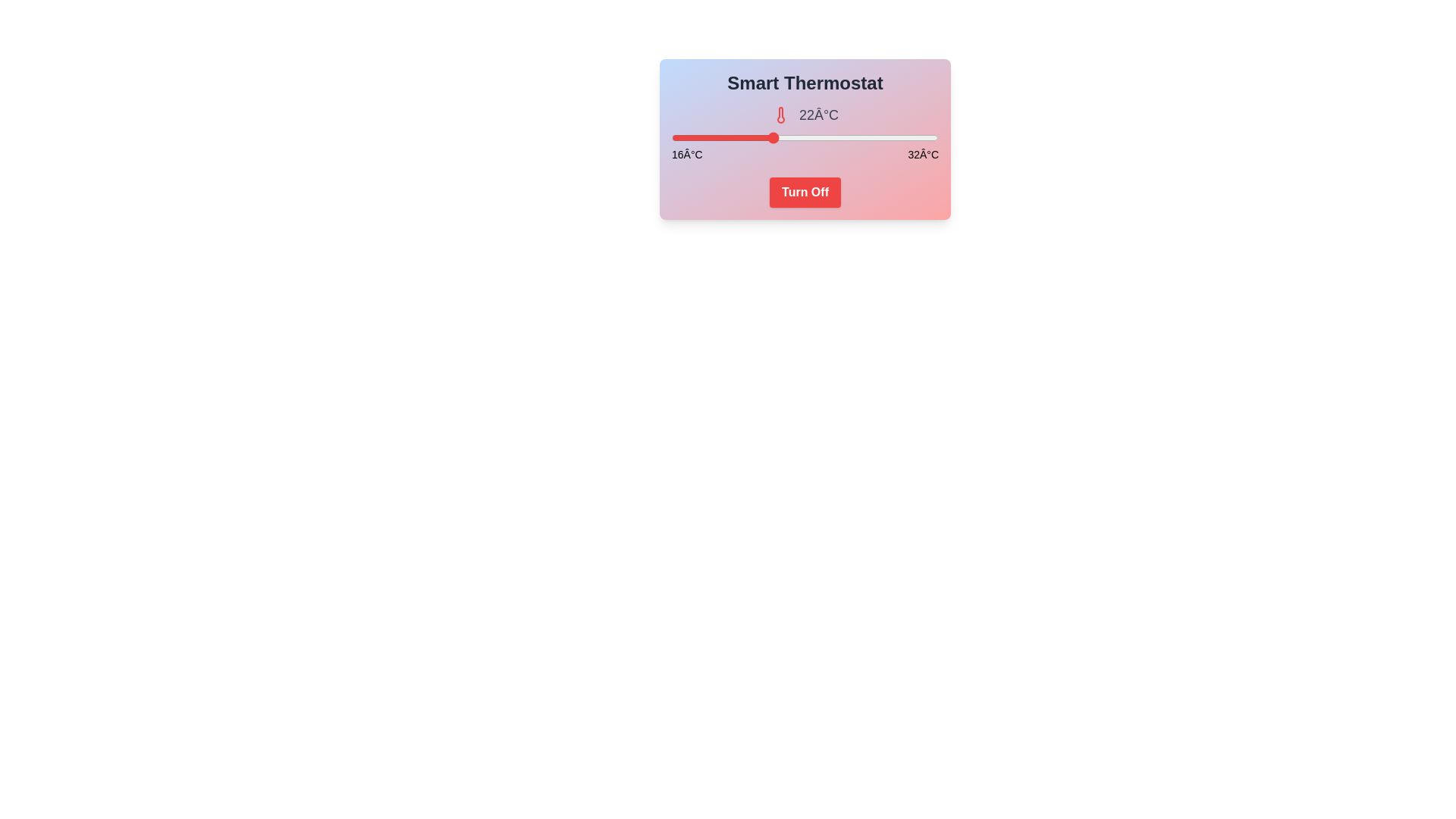 This screenshot has height=819, width=1456. I want to click on the temperature slider to 21°C, so click(755, 137).